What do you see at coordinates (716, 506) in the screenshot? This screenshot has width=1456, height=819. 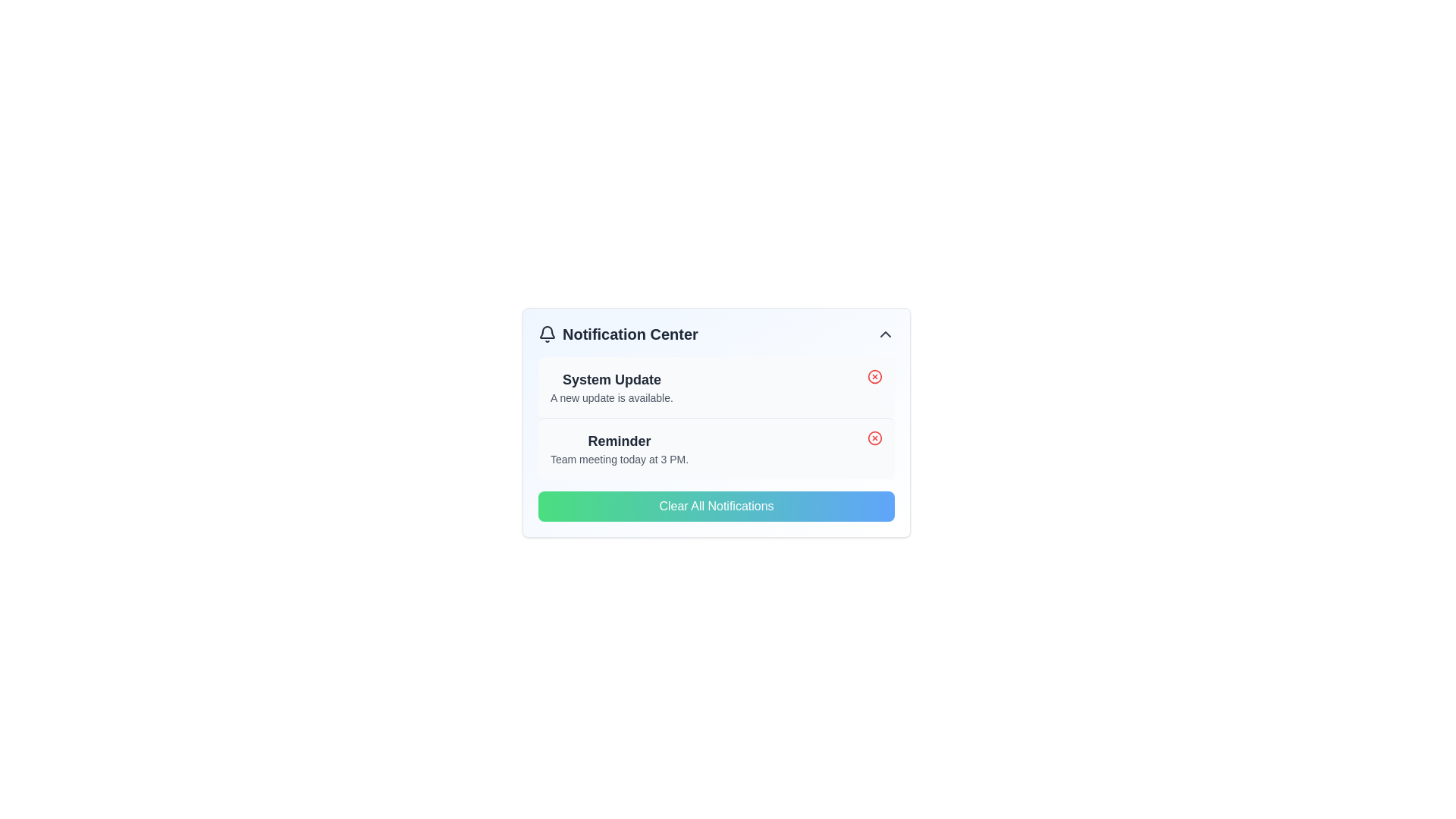 I see `the 'Clear All Notifications' button, which has a gradient background and white text, for visual feedback` at bounding box center [716, 506].